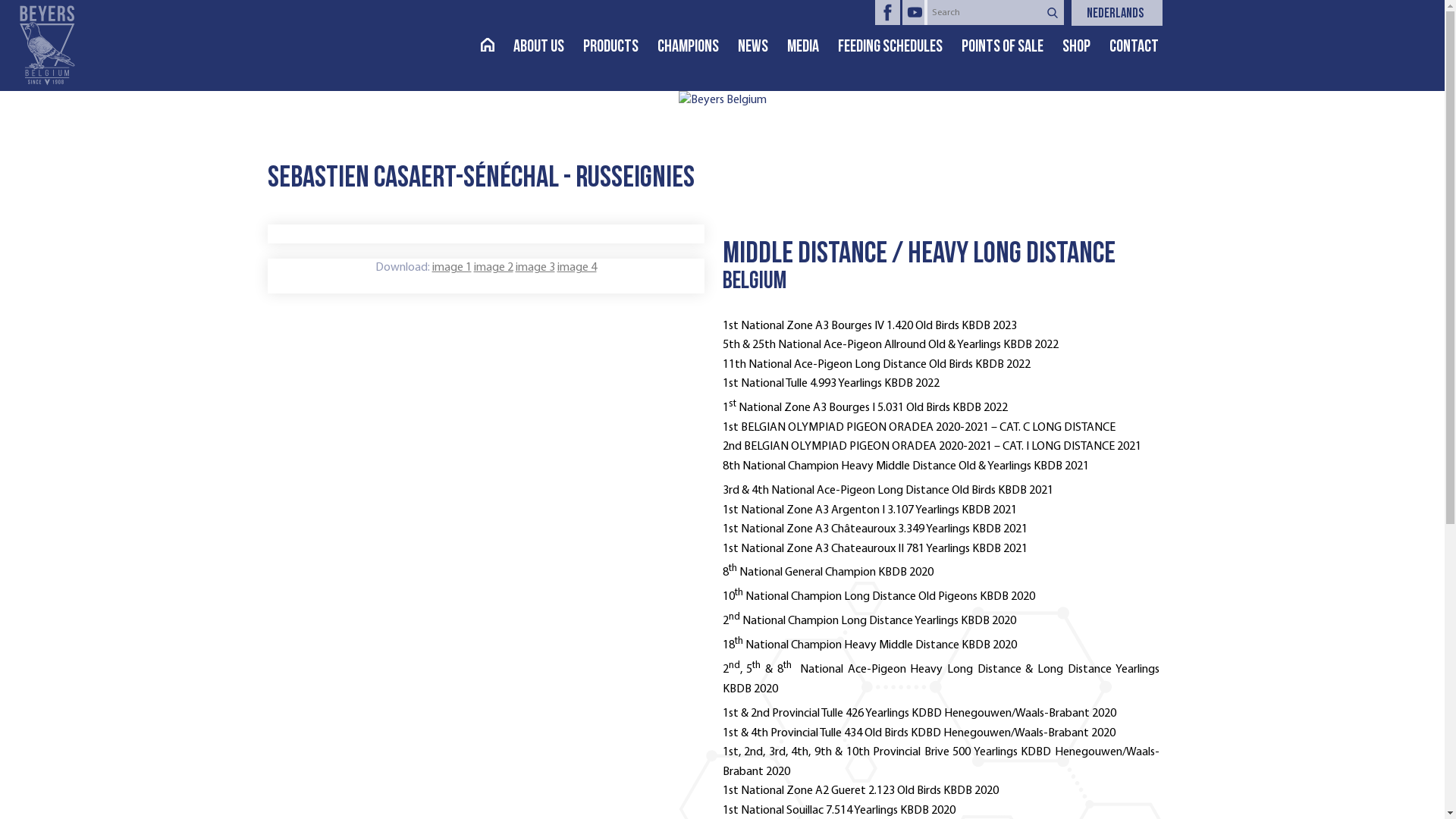 This screenshot has height=819, width=1456. Describe the element at coordinates (656, 46) in the screenshot. I see `'CHAMPIONS'` at that location.